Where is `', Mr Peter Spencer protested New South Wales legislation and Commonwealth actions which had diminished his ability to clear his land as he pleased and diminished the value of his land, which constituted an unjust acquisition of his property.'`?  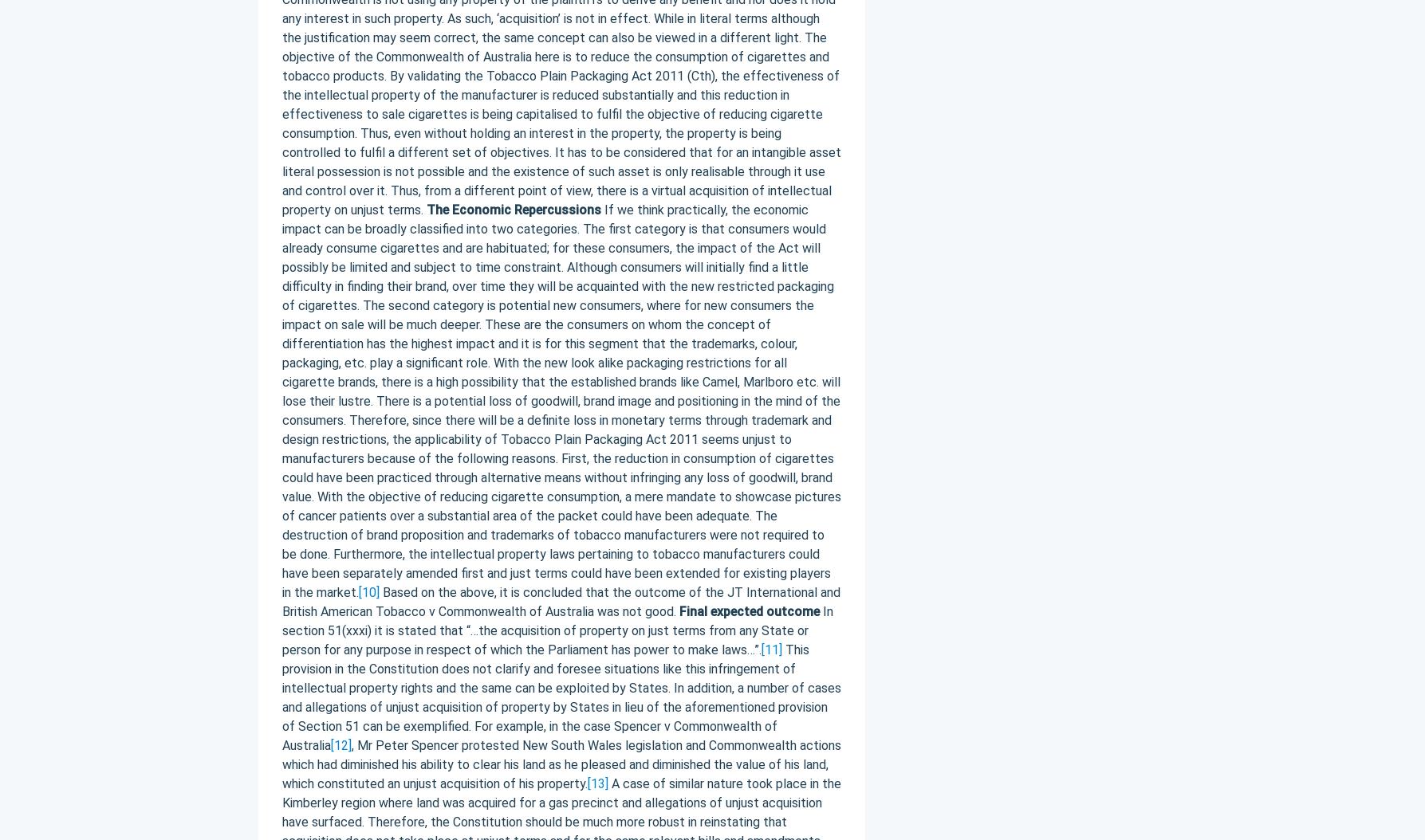
', Mr Peter Spencer protested New South Wales legislation and Commonwealth actions which had diminished his ability to clear his land as he pleased and diminished the value of his land, which constituted an unjust acquisition of his property.' is located at coordinates (560, 763).